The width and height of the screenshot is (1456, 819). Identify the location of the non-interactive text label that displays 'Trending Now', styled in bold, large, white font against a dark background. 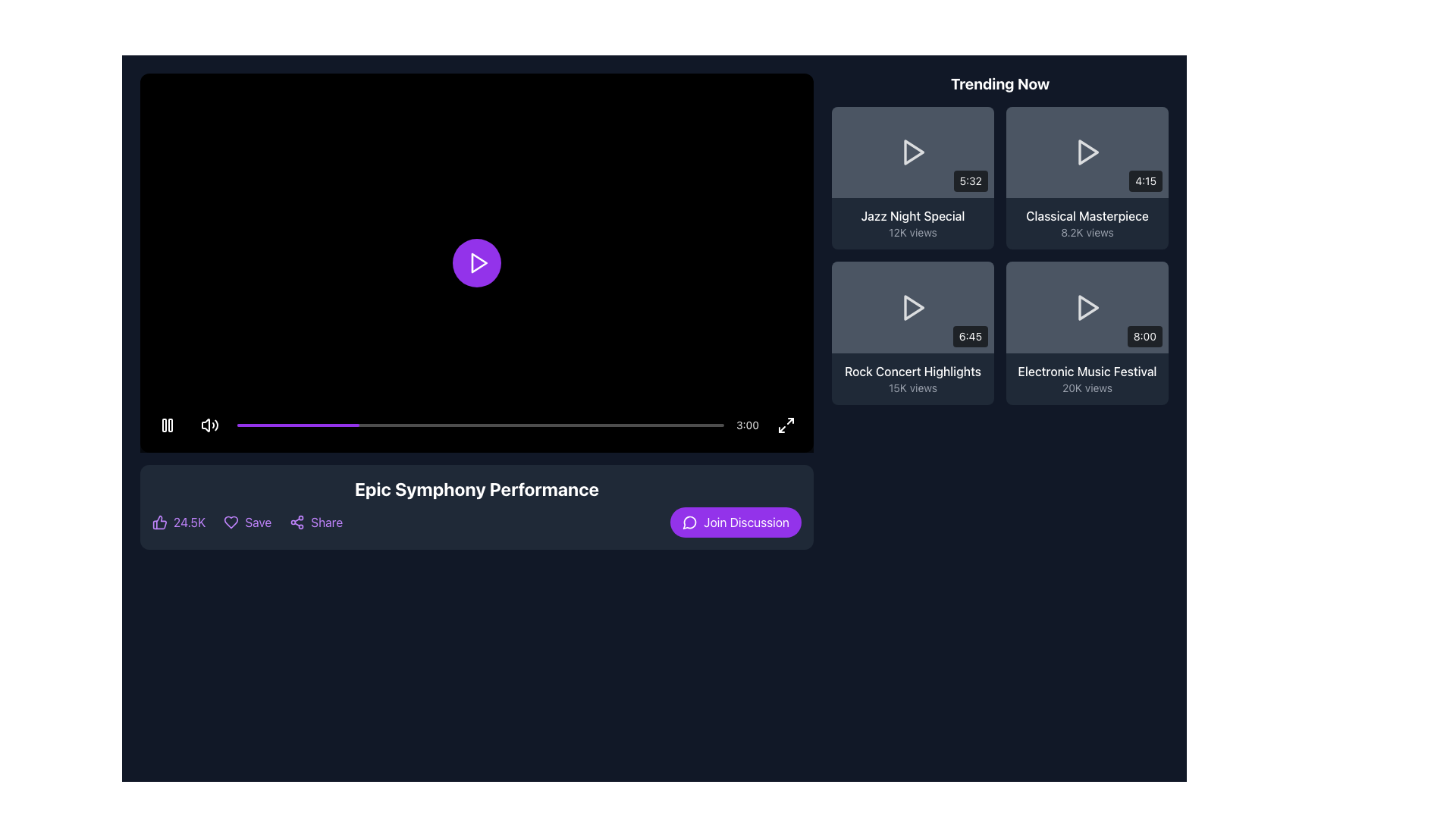
(1000, 84).